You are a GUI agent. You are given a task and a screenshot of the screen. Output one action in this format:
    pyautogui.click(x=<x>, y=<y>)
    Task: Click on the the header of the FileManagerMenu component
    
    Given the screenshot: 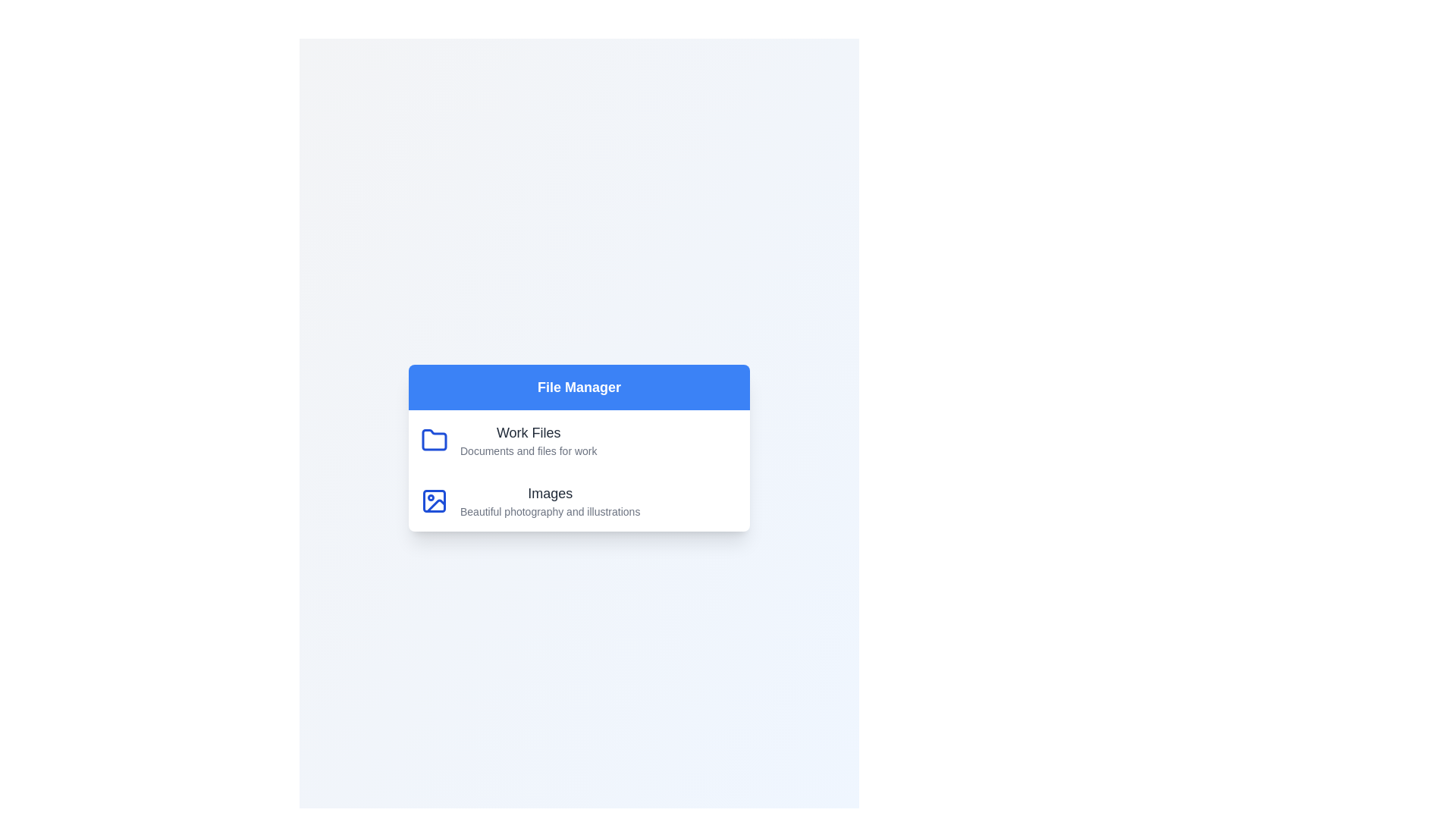 What is the action you would take?
    pyautogui.click(x=578, y=386)
    